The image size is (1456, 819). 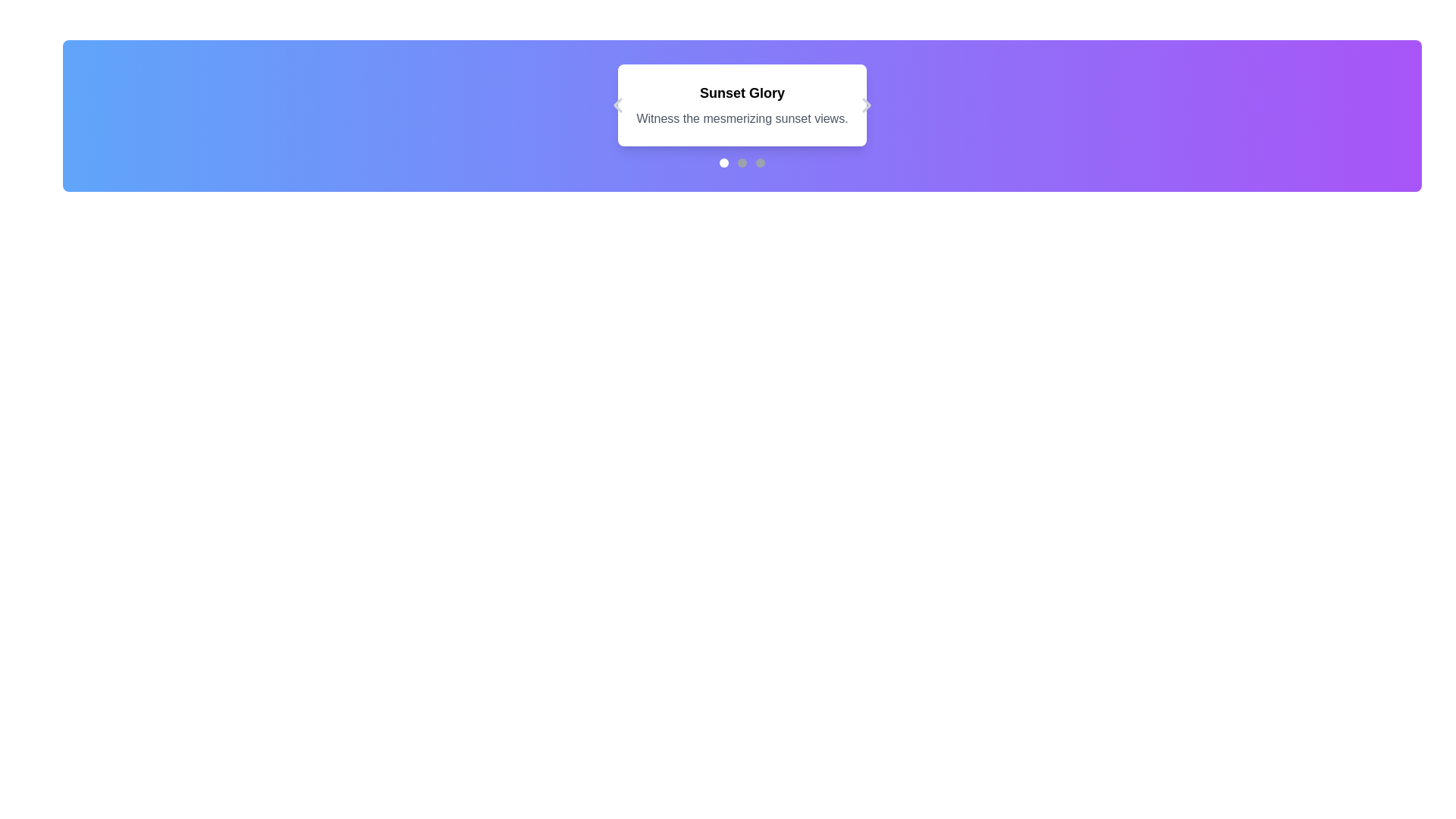 What do you see at coordinates (742, 104) in the screenshot?
I see `the Informational Display Card that has a white background with bold black text 'Sunset Glory' and gray text below it, located at the upper-middle of the viewport` at bounding box center [742, 104].